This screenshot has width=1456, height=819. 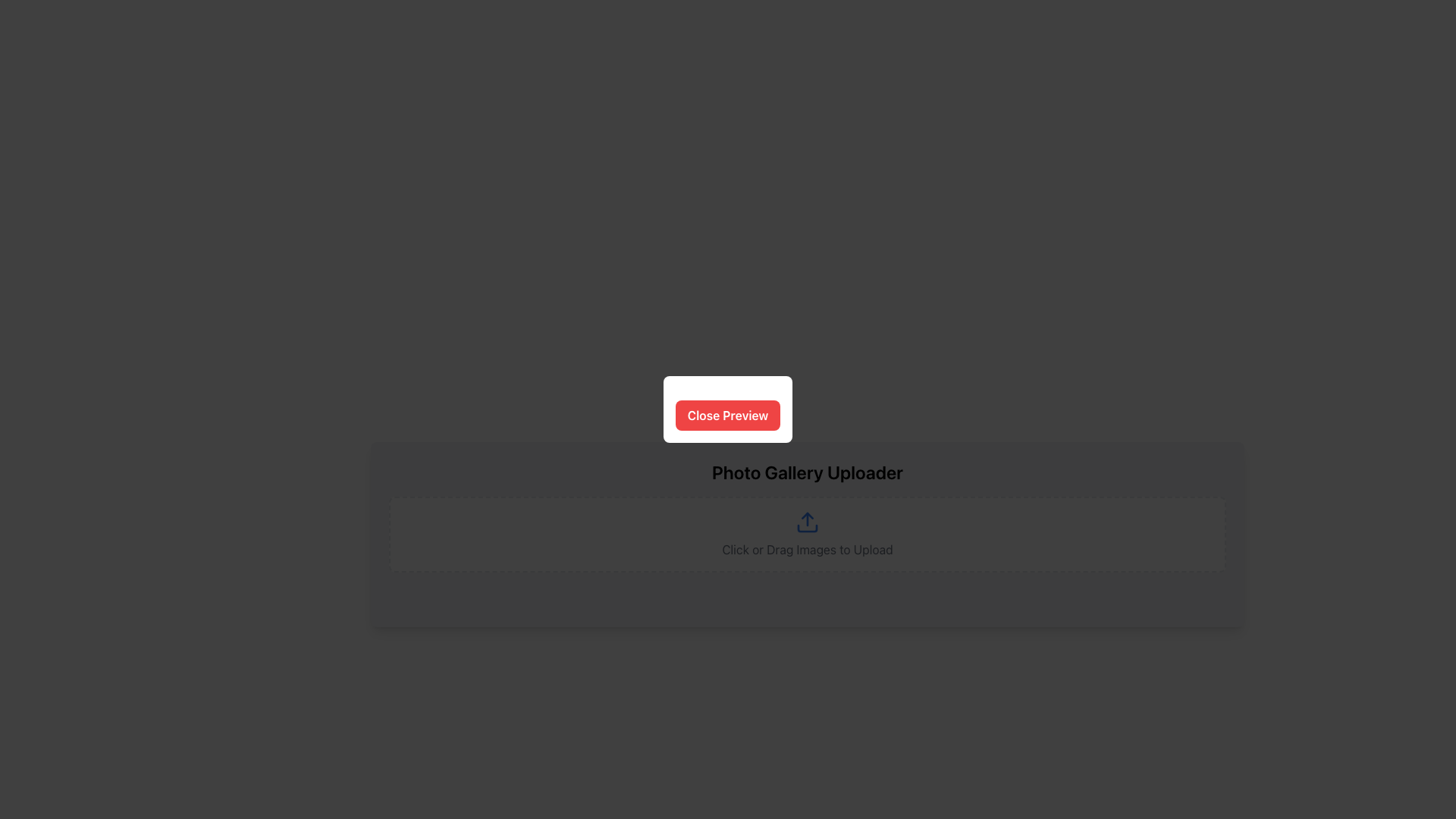 I want to click on the blue upload icon, which is a 32x32 pixel vector graphic located in the center of the upload area above the text 'Click or Drag Images to Upload', so click(x=807, y=522).